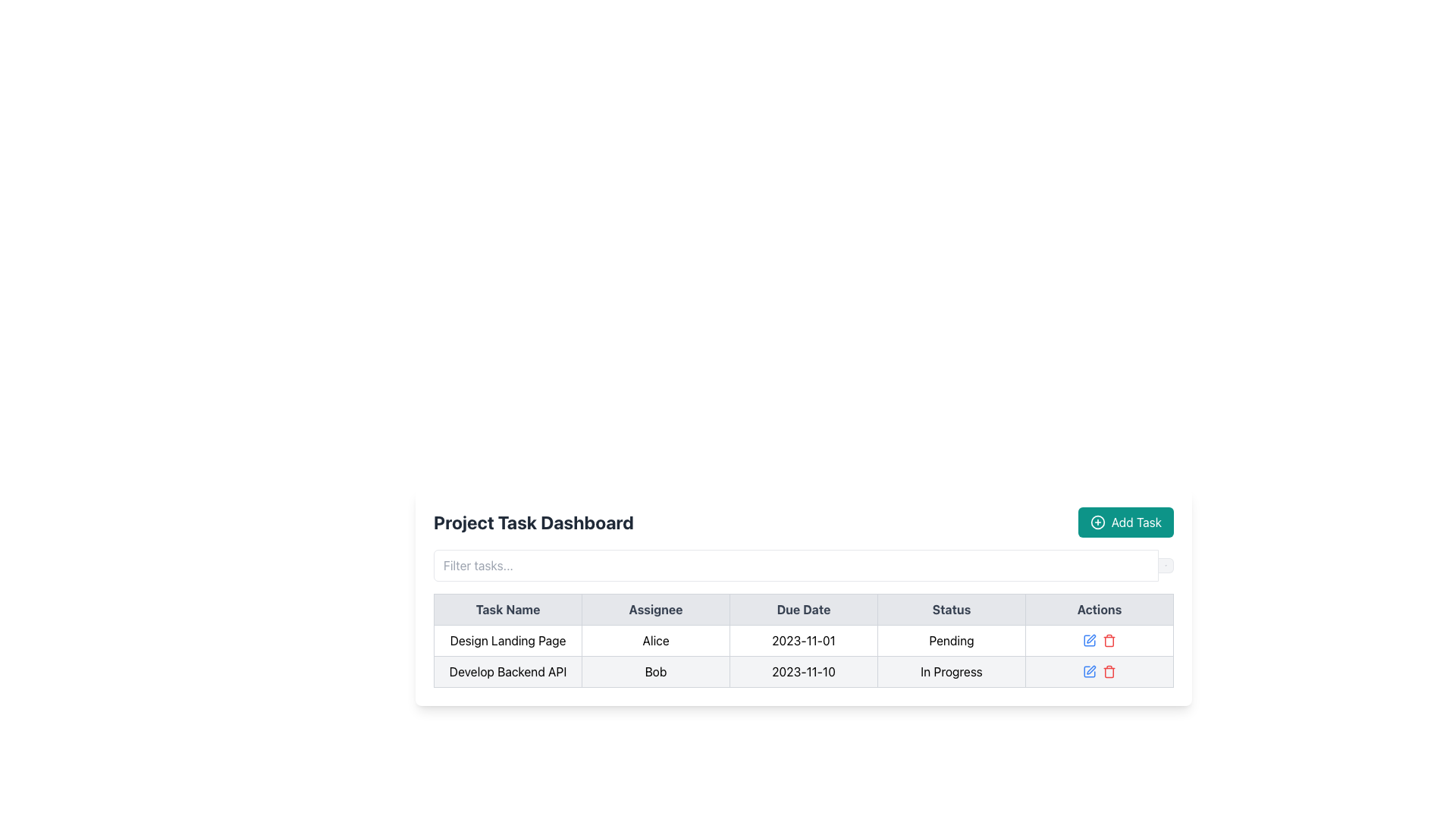 This screenshot has width=1456, height=819. Describe the element at coordinates (803, 608) in the screenshot. I see `the Table Header Row at the top of the table which provides column labels for the task data` at that location.